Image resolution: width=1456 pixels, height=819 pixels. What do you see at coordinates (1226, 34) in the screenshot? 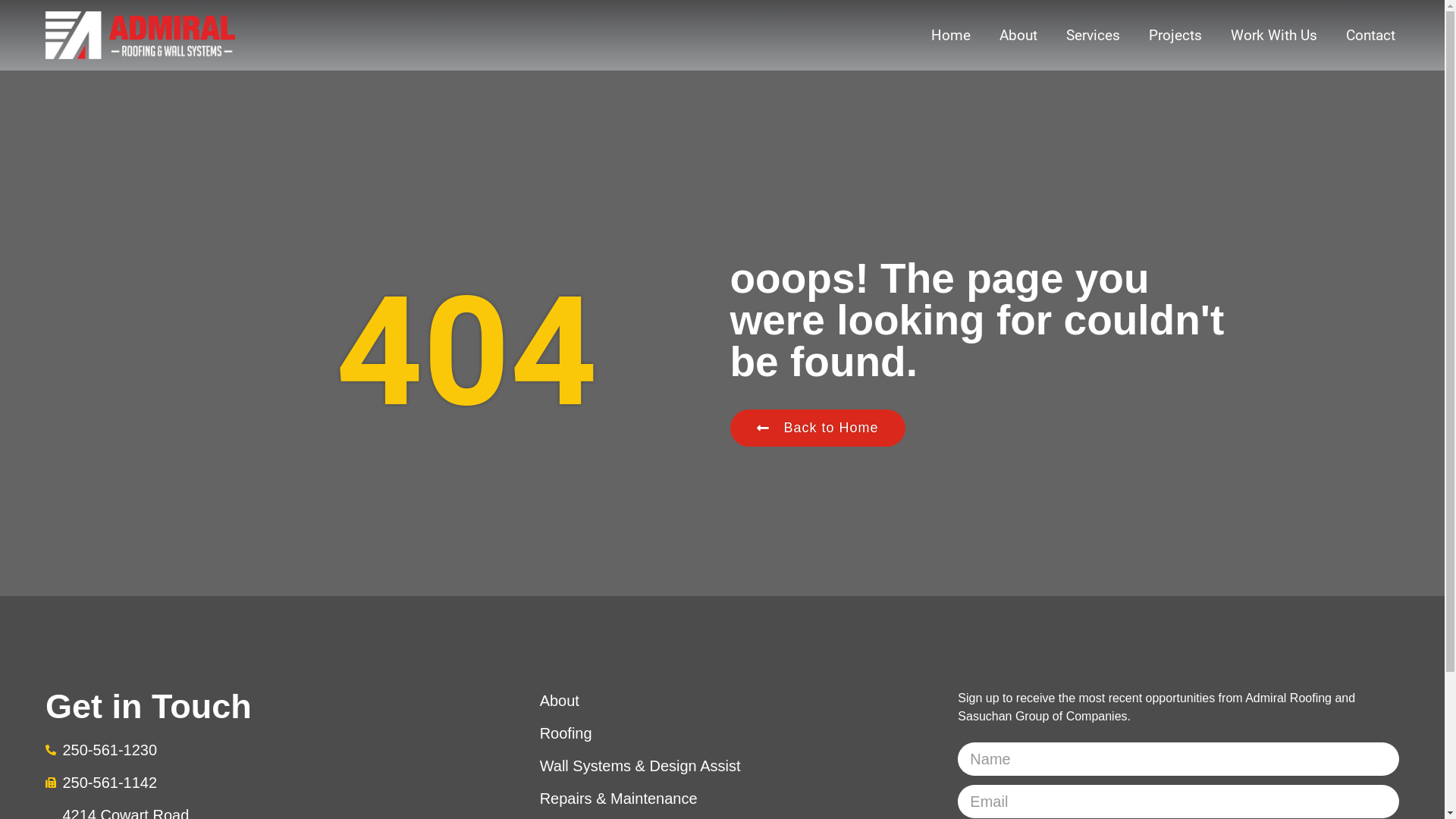
I see `'Work With Us'` at bounding box center [1226, 34].